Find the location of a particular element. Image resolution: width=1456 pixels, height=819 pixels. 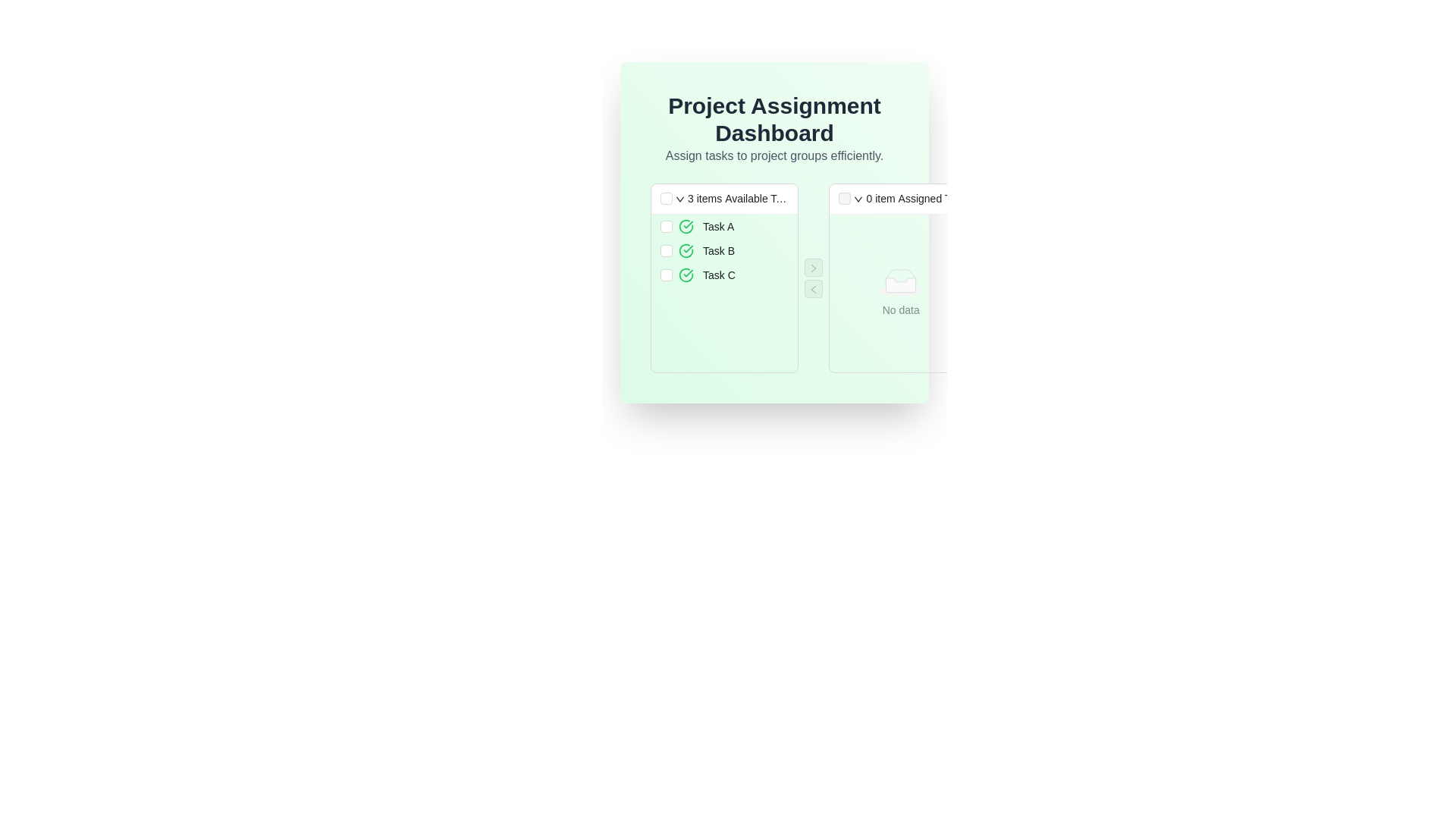

the checkbox element located at the top left of the header labeled '3 items Available Tasks' is located at coordinates (666, 198).